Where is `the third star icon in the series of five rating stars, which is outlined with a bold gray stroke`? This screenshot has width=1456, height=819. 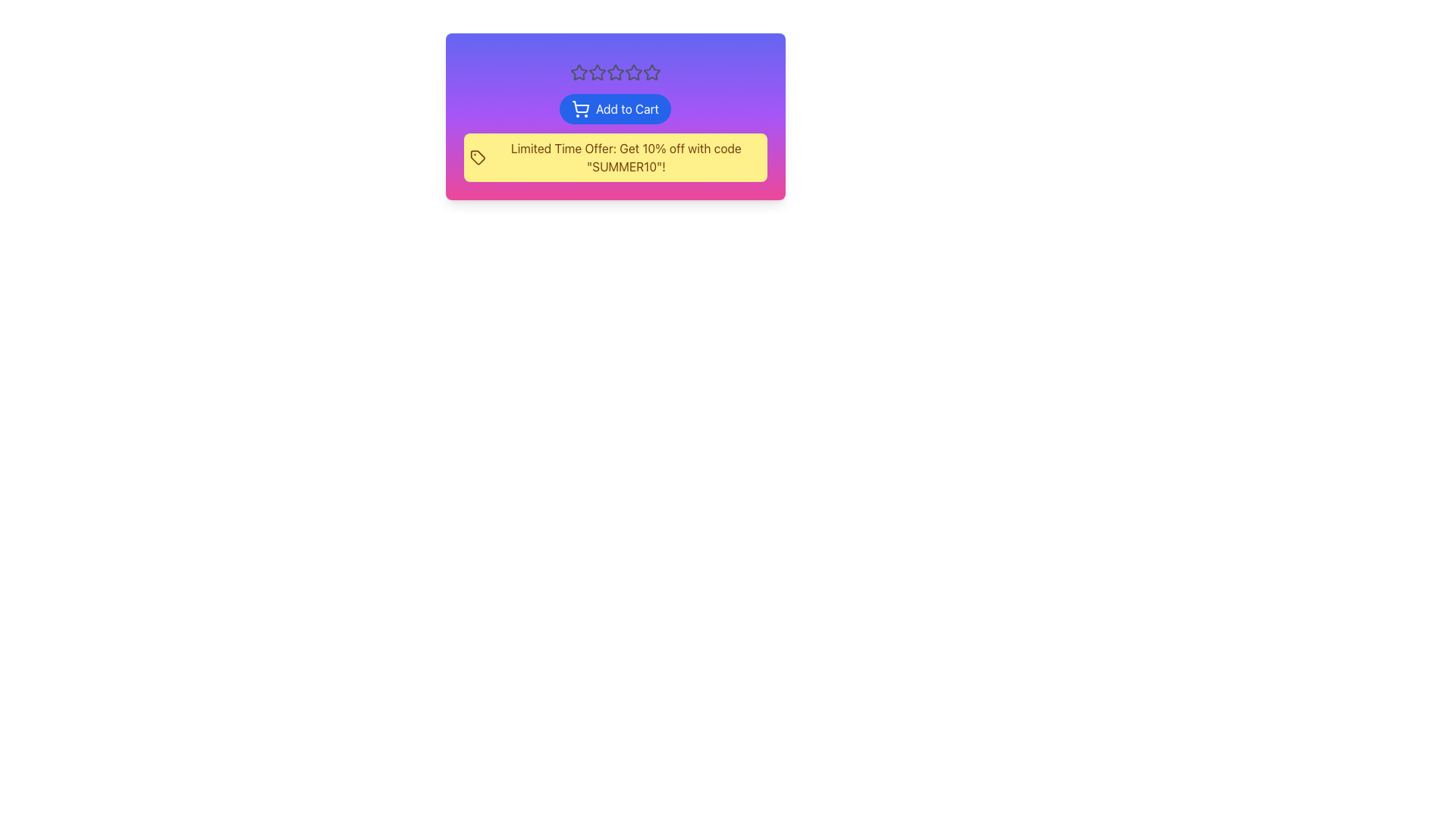 the third star icon in the series of five rating stars, which is outlined with a bold gray stroke is located at coordinates (596, 73).